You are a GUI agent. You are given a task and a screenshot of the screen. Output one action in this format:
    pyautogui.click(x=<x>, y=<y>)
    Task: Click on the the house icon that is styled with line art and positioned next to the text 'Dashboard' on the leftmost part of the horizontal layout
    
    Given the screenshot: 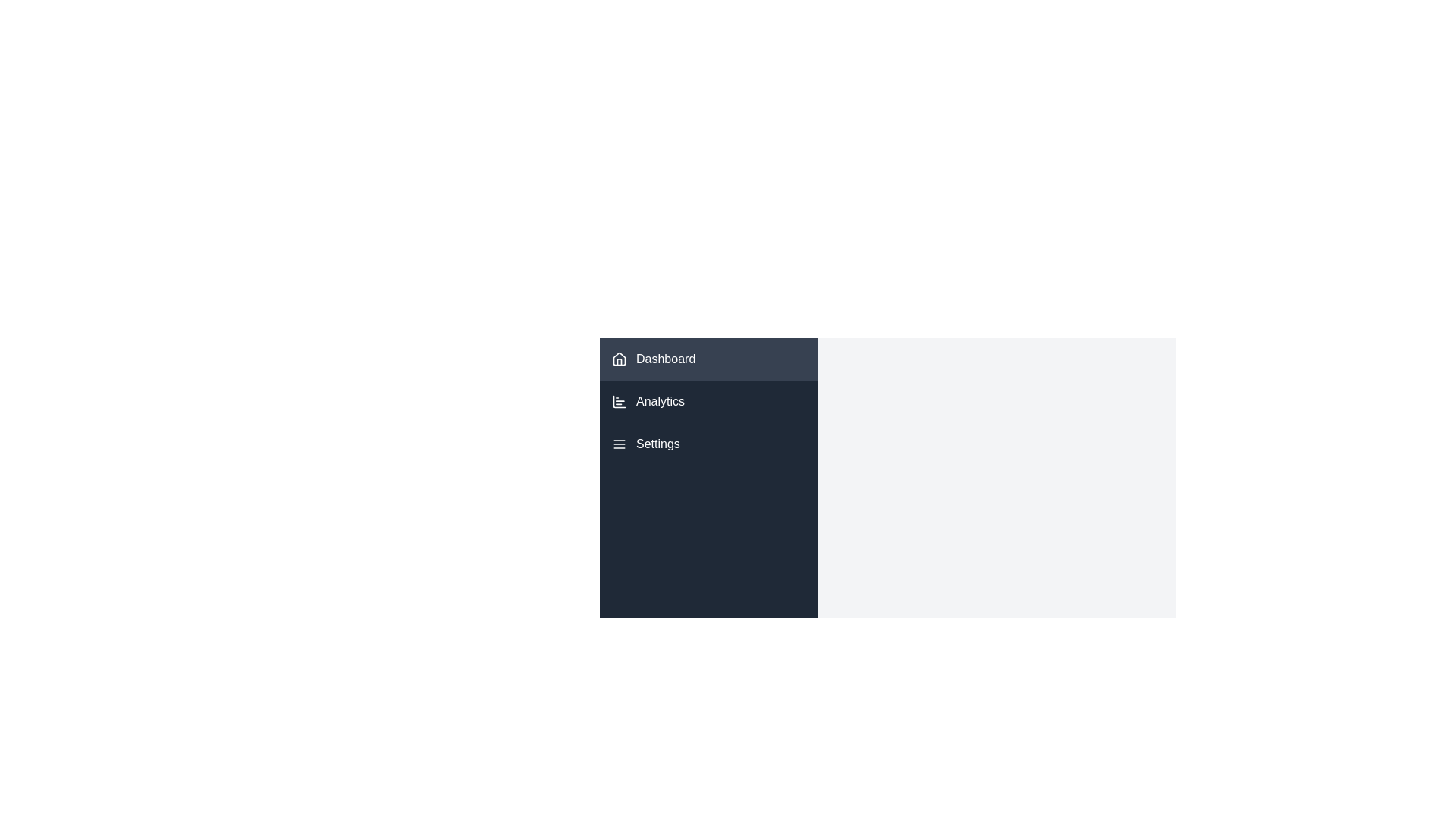 What is the action you would take?
    pyautogui.click(x=619, y=359)
    